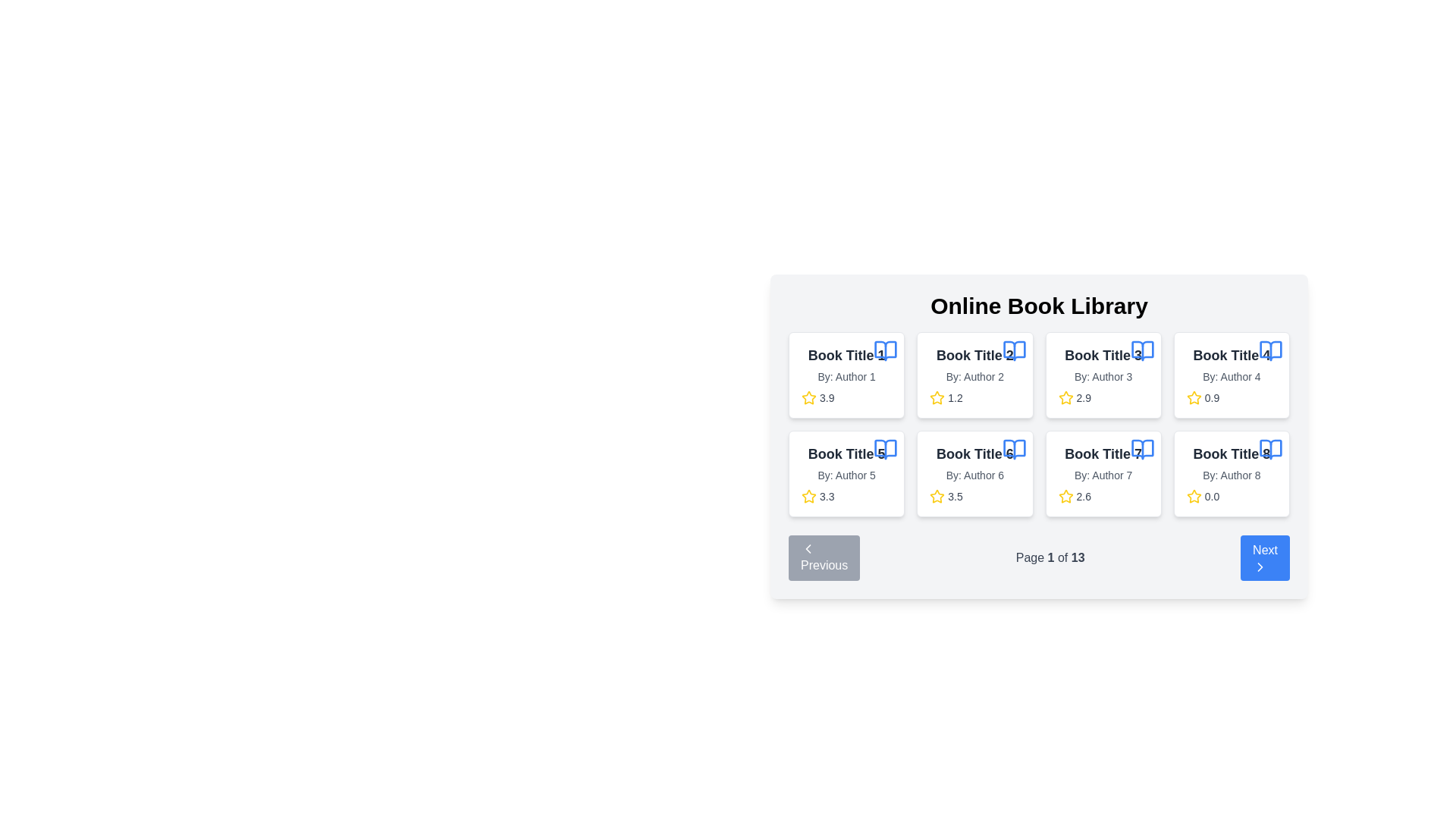  Describe the element at coordinates (1232, 475) in the screenshot. I see `the text label displaying the author's name for the book in the rightmost card of the grid, located below 'Book Title 8' and above the rating information '0.0'` at that location.